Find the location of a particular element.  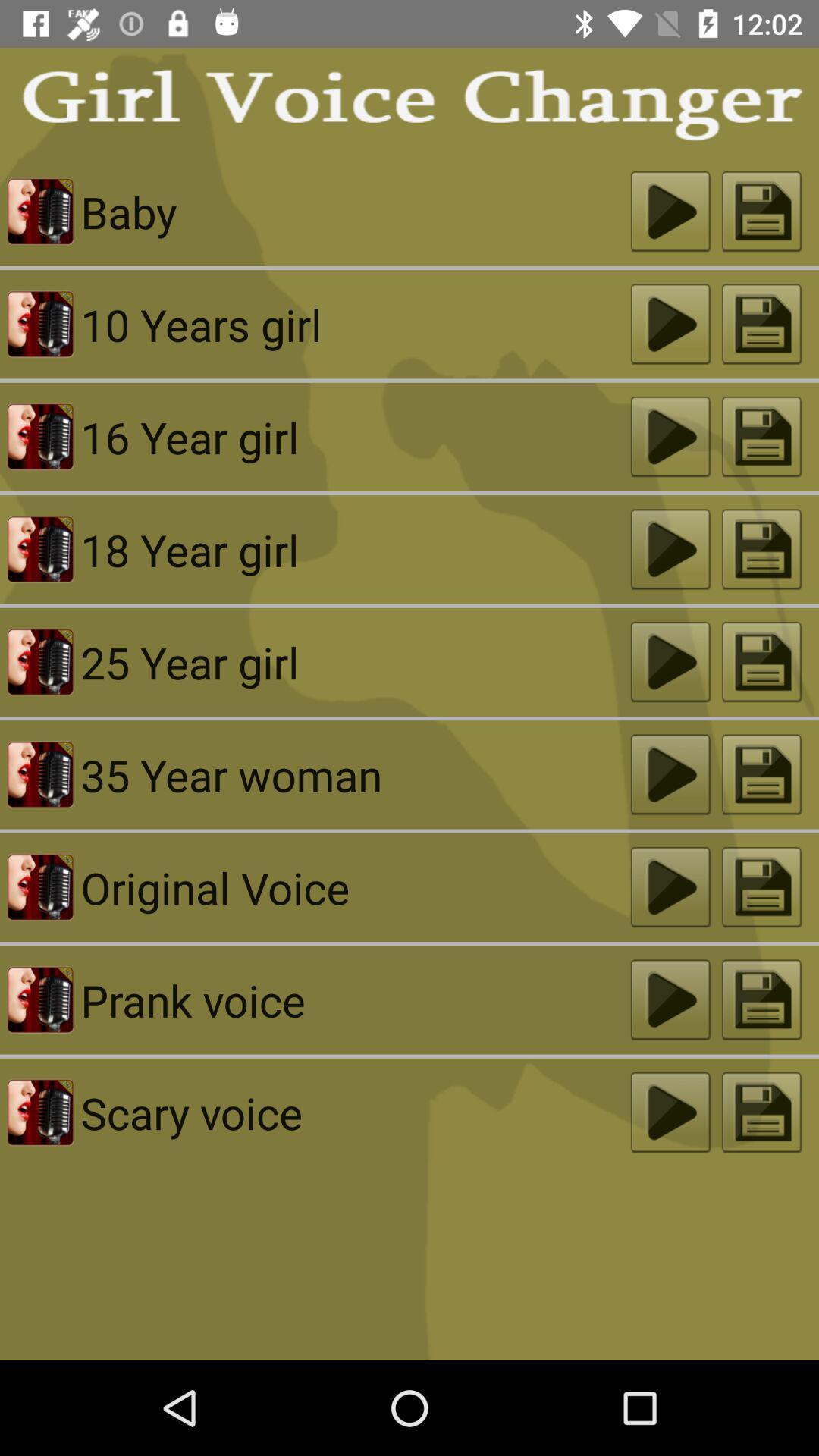

the 35 year woman item is located at coordinates (356, 774).